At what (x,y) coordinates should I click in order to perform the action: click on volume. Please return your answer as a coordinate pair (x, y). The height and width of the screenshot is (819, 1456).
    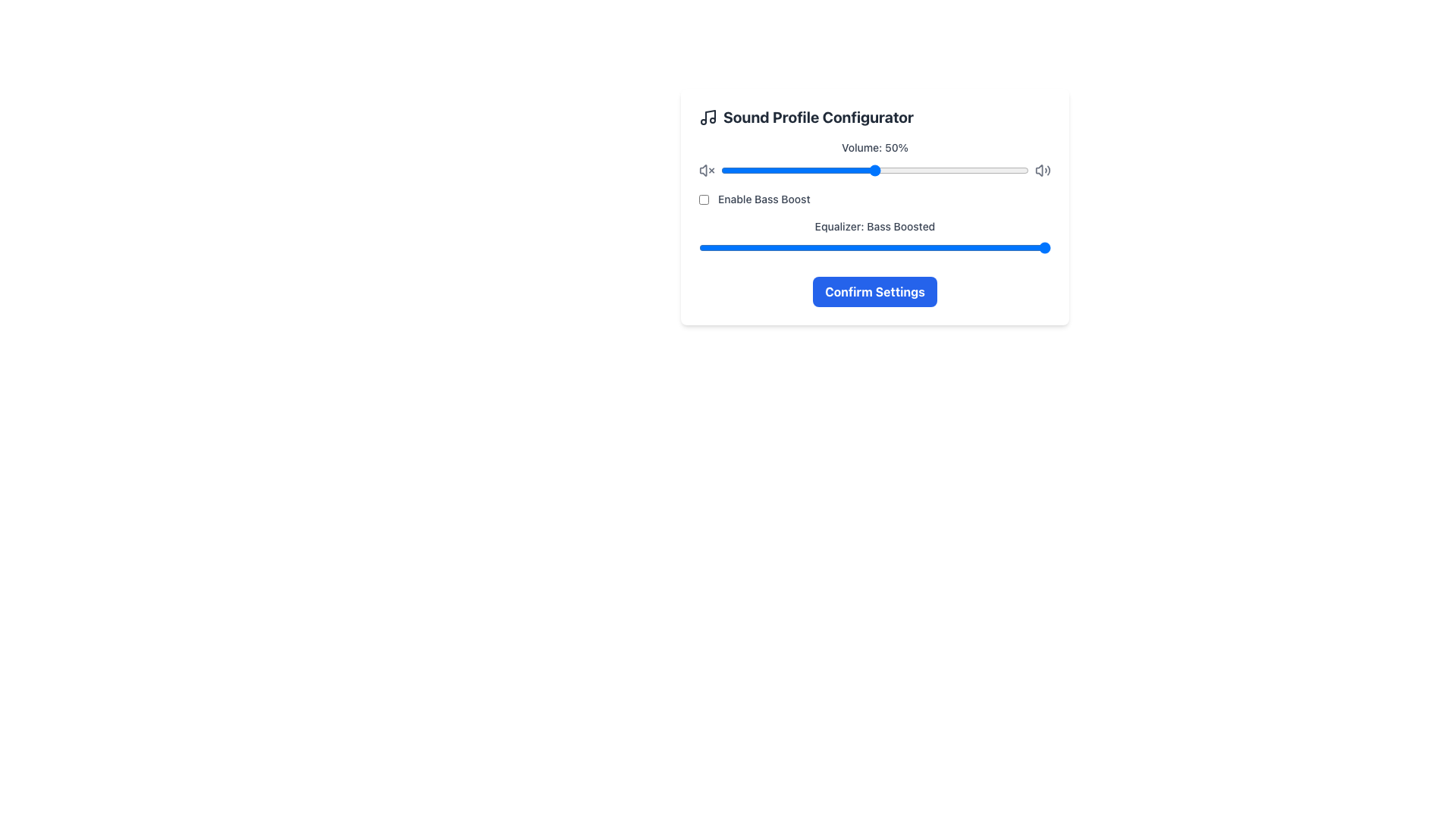
    Looking at the image, I should click on (800, 170).